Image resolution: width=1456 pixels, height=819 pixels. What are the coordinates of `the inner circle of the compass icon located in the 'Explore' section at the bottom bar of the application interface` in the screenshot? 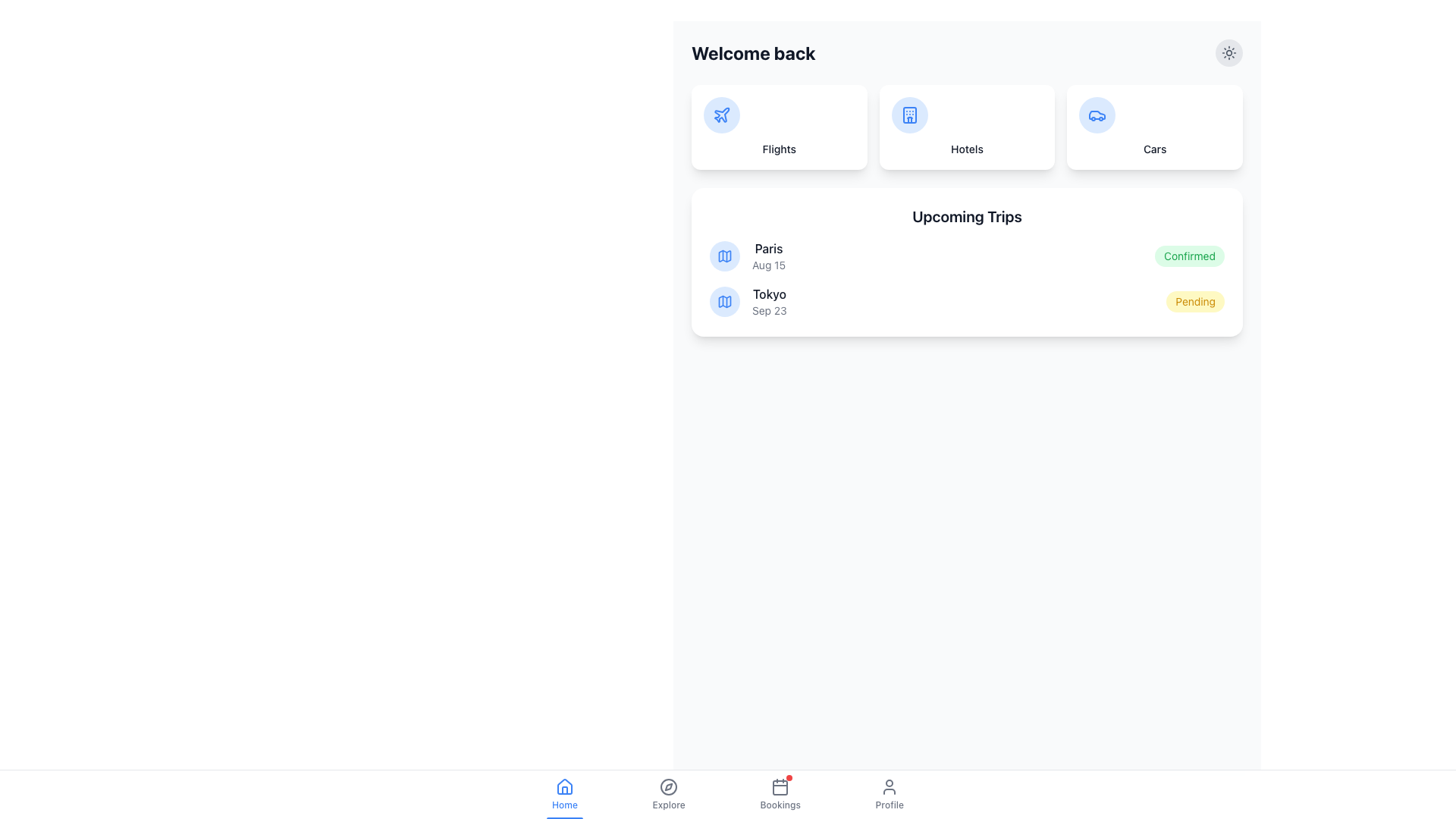 It's located at (668, 786).